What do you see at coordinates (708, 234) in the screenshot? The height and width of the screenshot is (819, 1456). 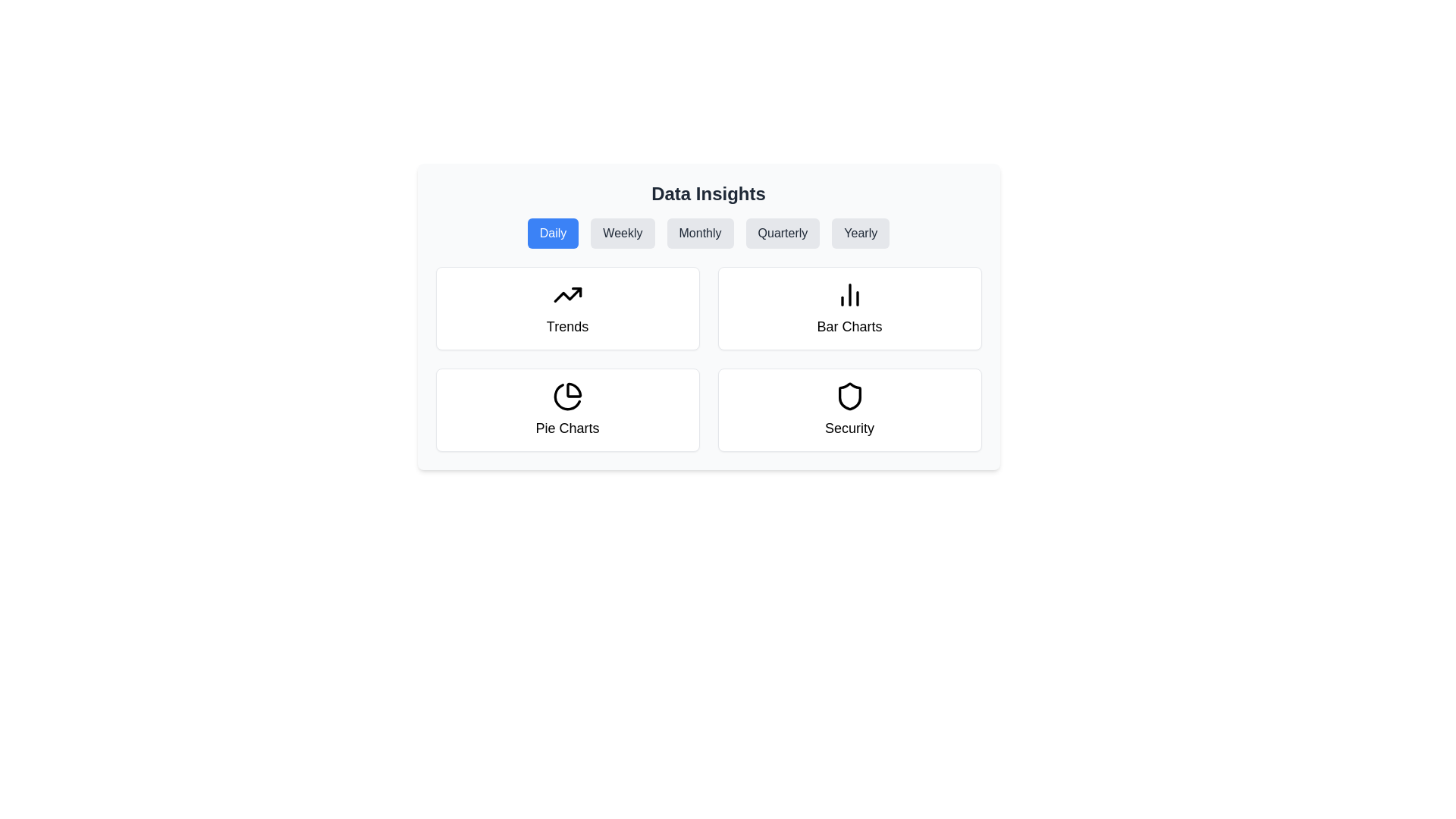 I see `the button in the Navigation bar` at bounding box center [708, 234].